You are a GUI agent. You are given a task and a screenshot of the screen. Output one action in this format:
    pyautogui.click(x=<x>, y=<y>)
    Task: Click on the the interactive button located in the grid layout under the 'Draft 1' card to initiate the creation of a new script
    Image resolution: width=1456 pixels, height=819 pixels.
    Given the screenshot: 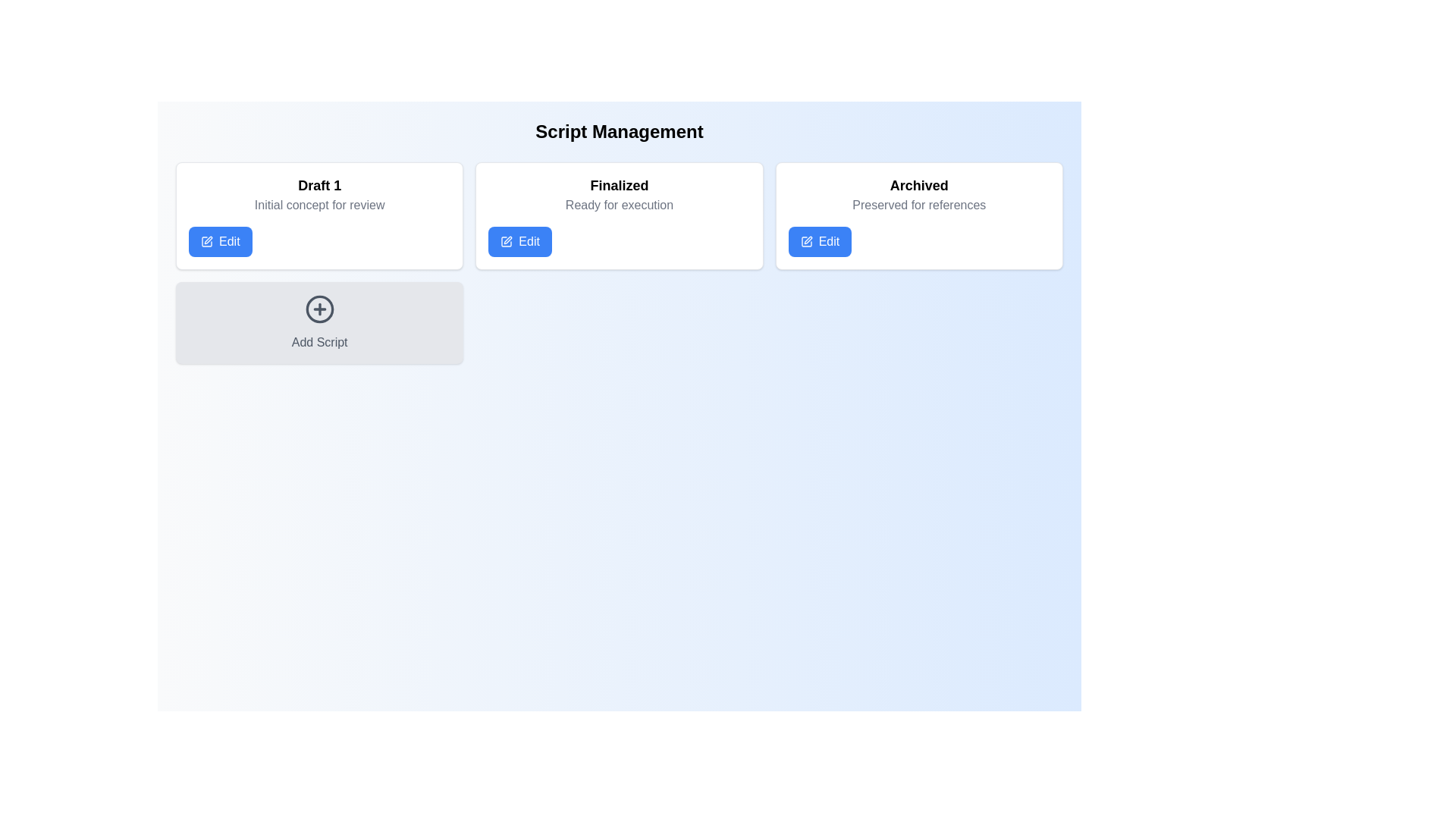 What is the action you would take?
    pyautogui.click(x=318, y=322)
    